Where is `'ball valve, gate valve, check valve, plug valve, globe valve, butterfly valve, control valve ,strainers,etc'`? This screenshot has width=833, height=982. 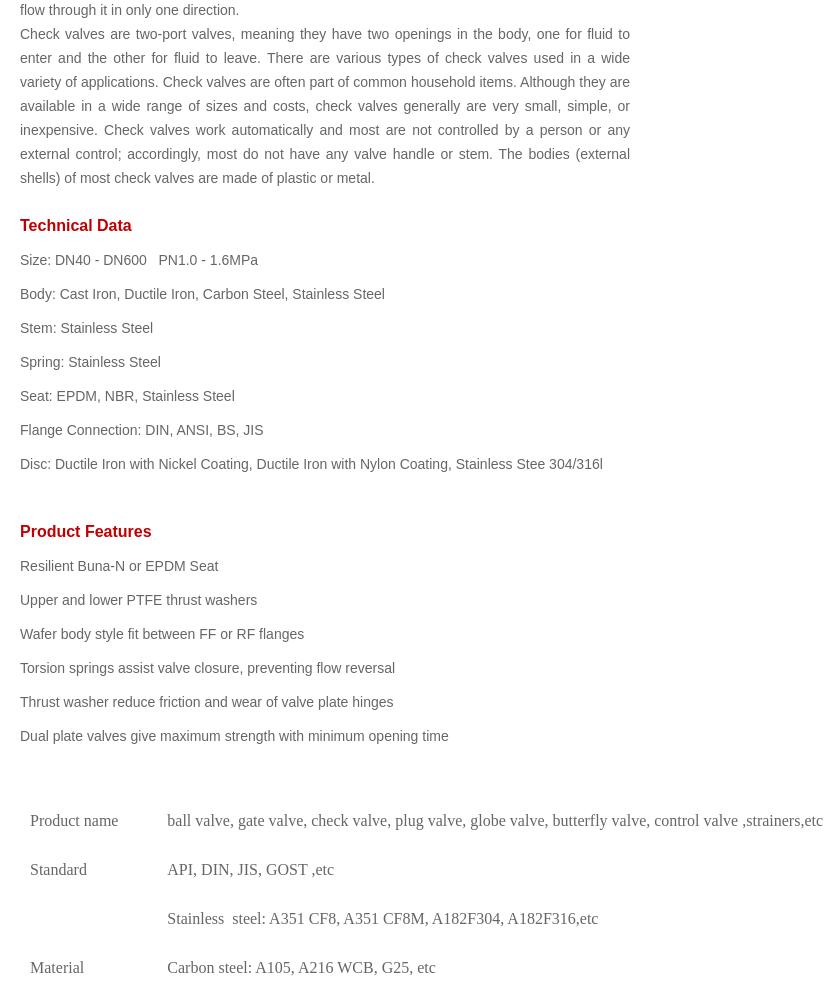 'ball valve, gate valve, check valve, plug valve, globe valve, butterfly valve, control valve ,strainers,etc' is located at coordinates (494, 820).